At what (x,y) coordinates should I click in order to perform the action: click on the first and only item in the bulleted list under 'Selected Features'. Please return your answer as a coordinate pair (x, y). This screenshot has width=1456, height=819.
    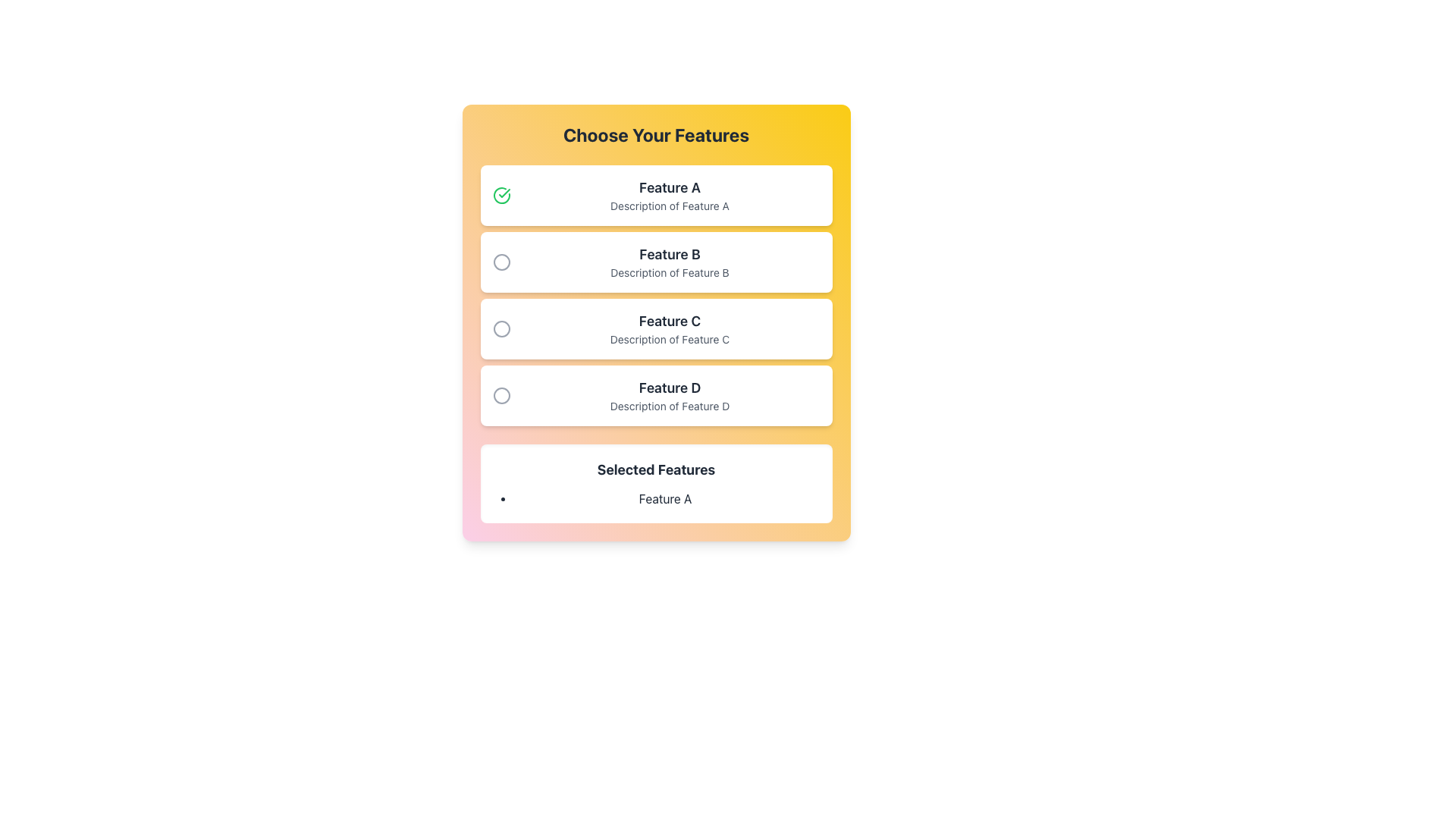
    Looking at the image, I should click on (656, 499).